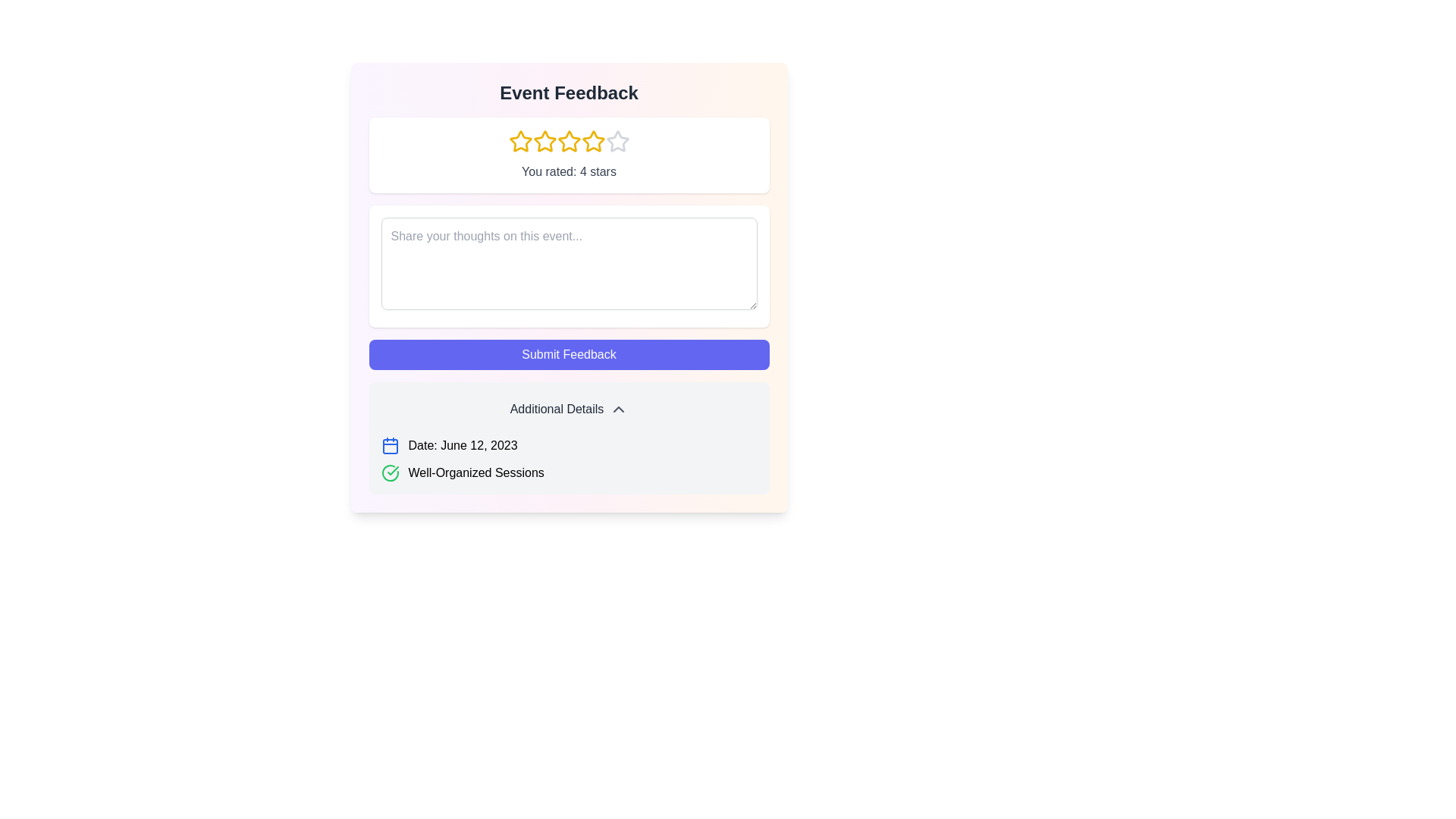  Describe the element at coordinates (390, 472) in the screenshot. I see `the green check icon that indicates 'Well-Organized Sessions' to interact with the associated features` at that location.